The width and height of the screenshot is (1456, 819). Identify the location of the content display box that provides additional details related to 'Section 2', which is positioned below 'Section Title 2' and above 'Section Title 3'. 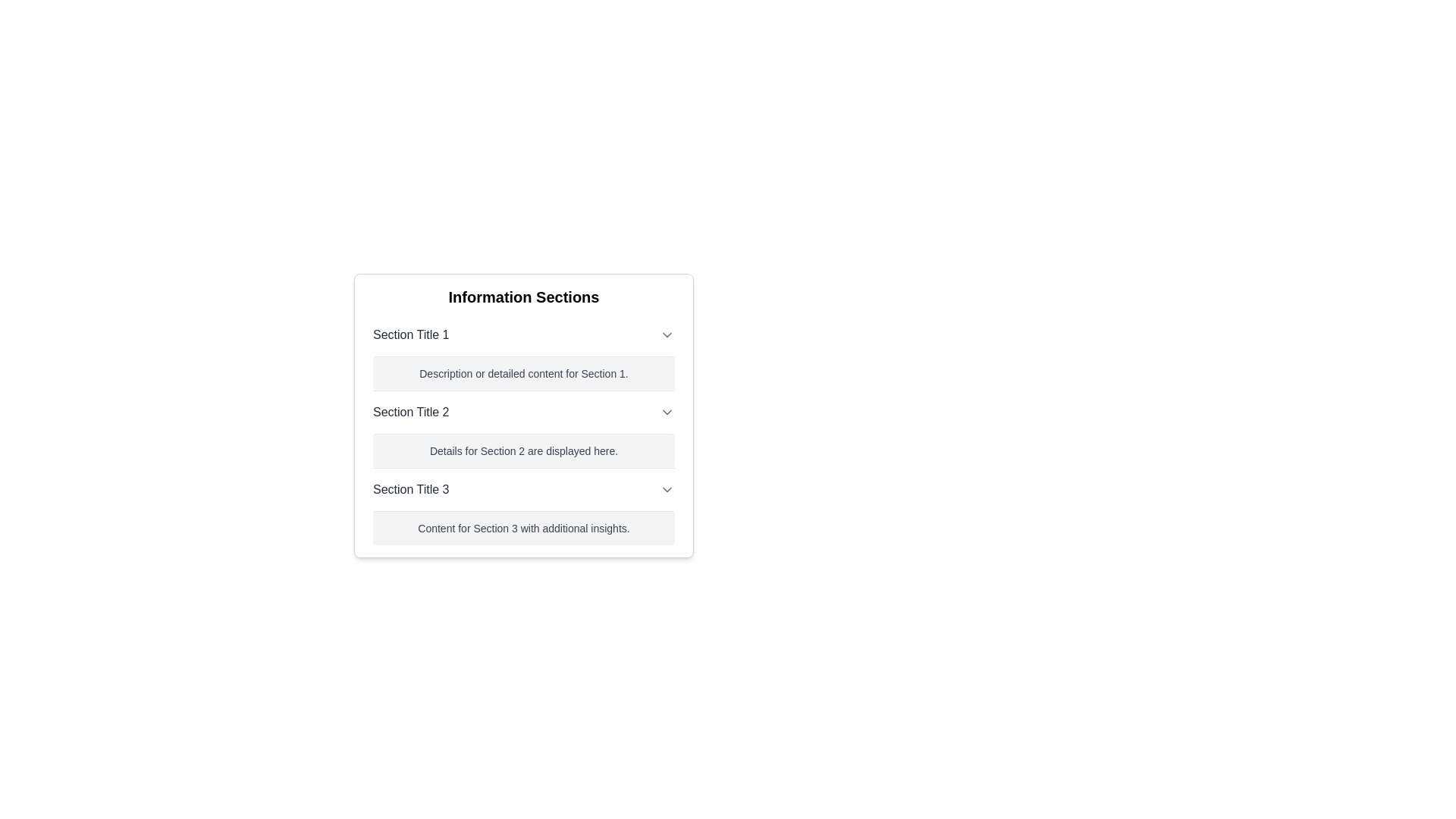
(524, 450).